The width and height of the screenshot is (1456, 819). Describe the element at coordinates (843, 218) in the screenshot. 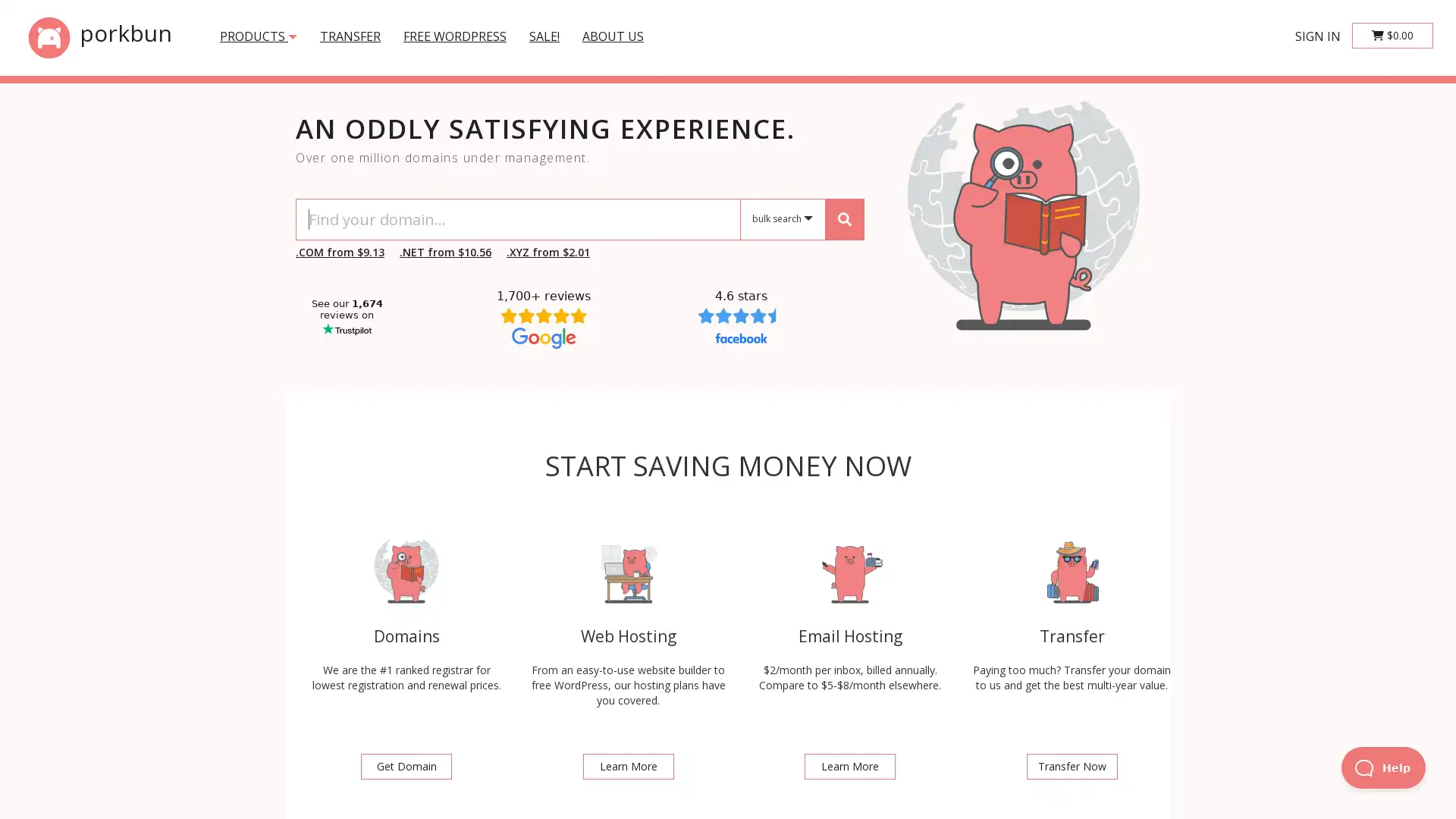

I see `submit search` at that location.